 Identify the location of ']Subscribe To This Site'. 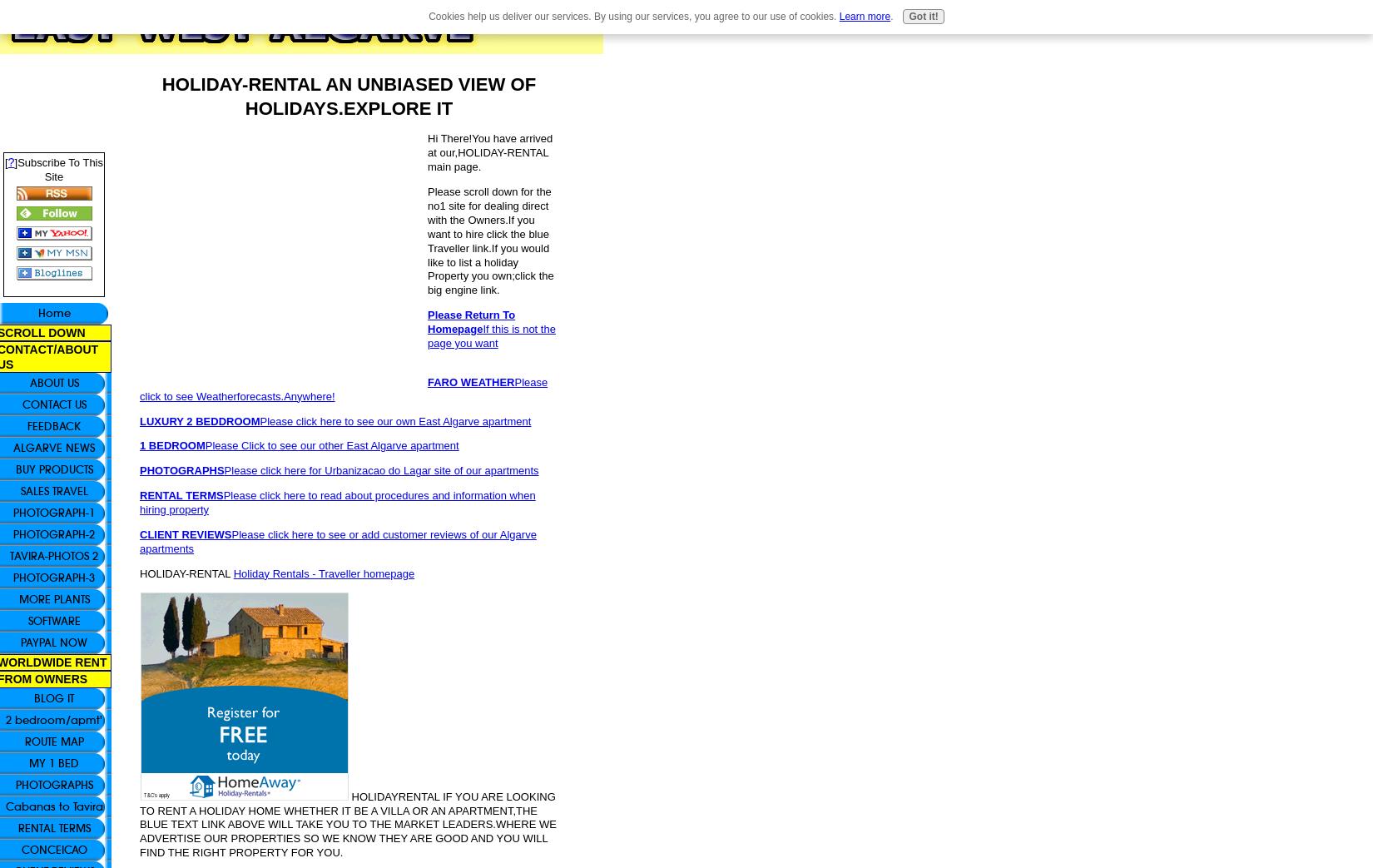
(58, 169).